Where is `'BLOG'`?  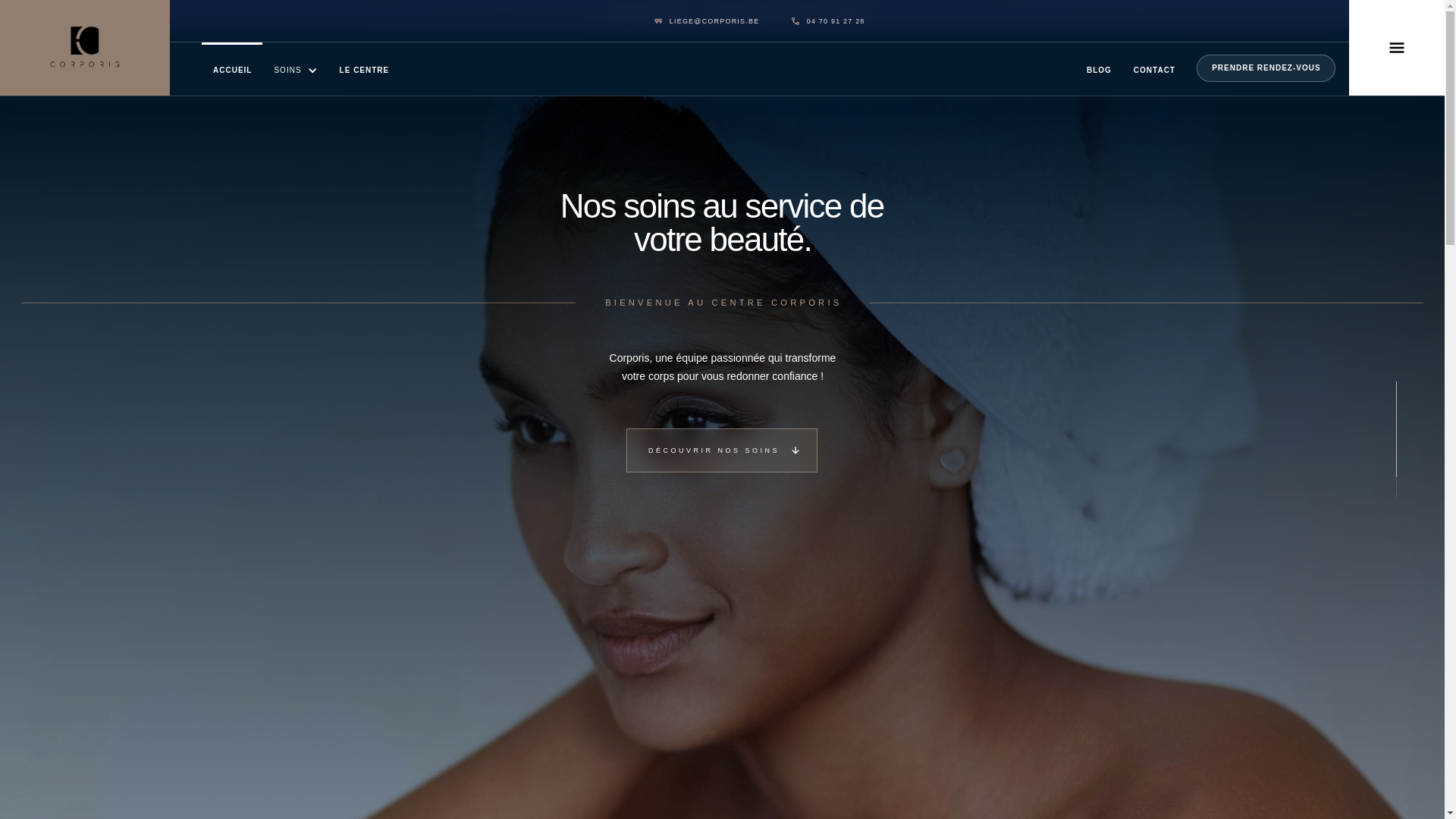 'BLOG' is located at coordinates (1099, 69).